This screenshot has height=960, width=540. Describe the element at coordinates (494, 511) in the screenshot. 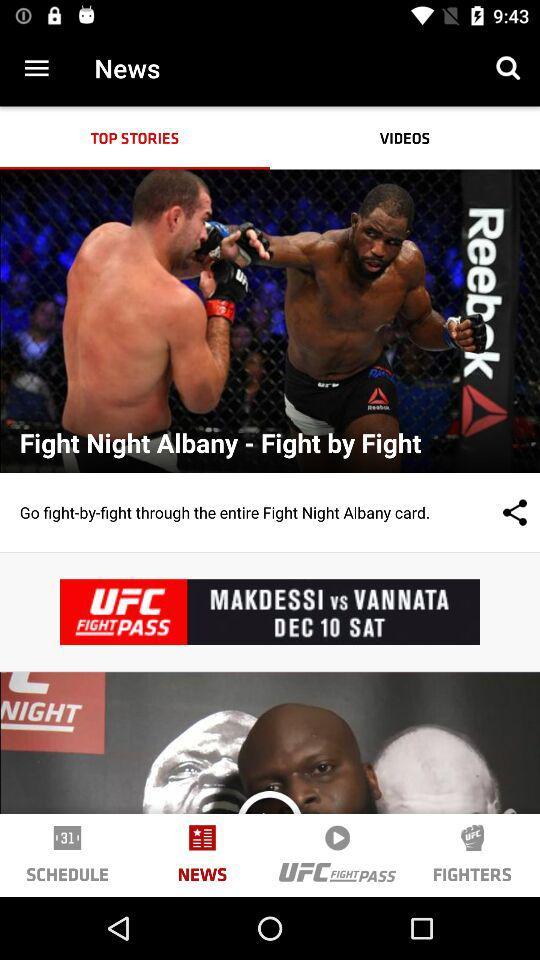

I see `icon to the right of go fight by icon` at that location.